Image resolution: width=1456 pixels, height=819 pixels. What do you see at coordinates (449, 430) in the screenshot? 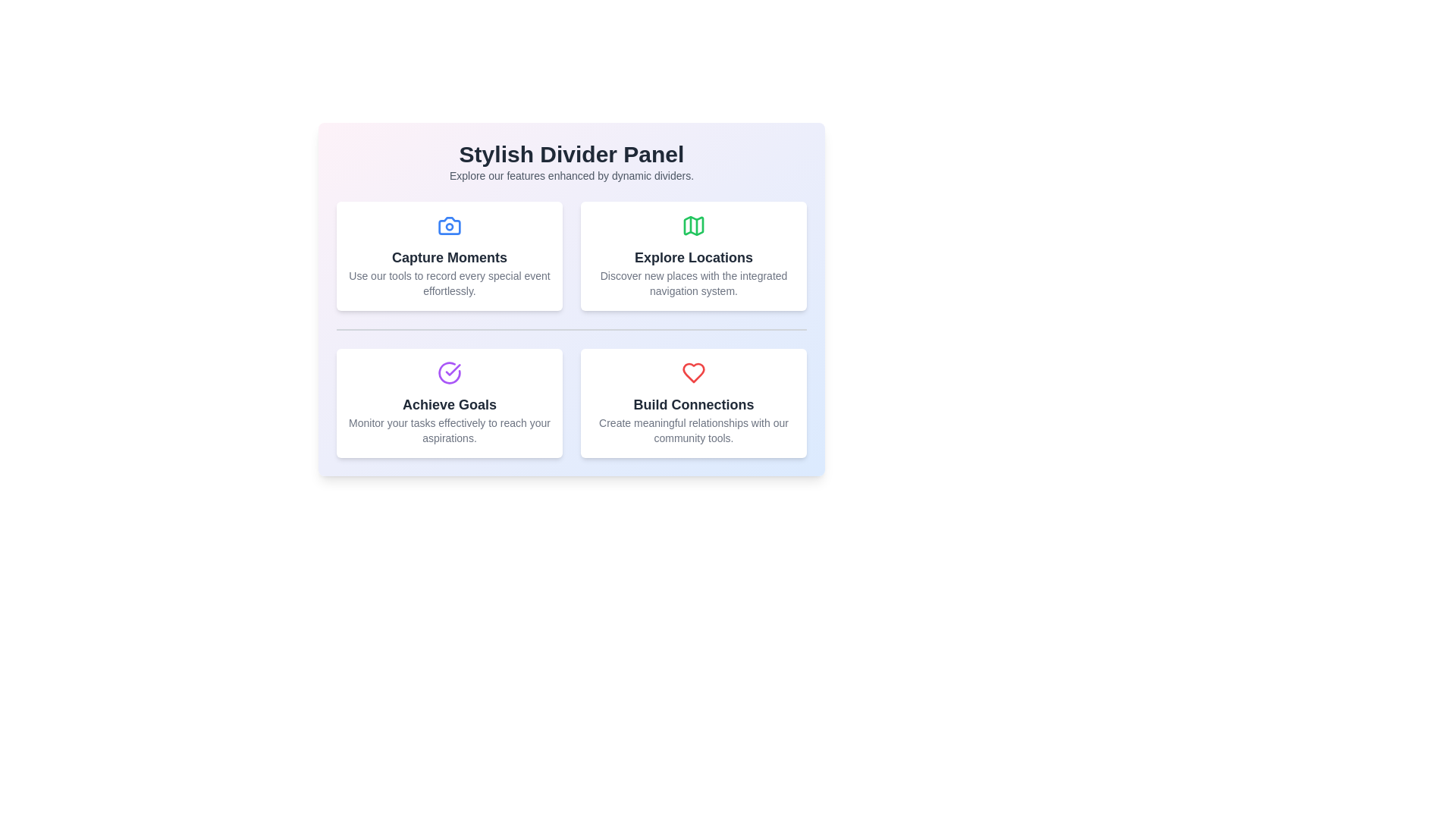
I see `the text label that says 'Monitor your tasks effectively to reach your aspirations.', which is styled in small gray font and located below 'Achieve Goals' within a white card` at bounding box center [449, 430].